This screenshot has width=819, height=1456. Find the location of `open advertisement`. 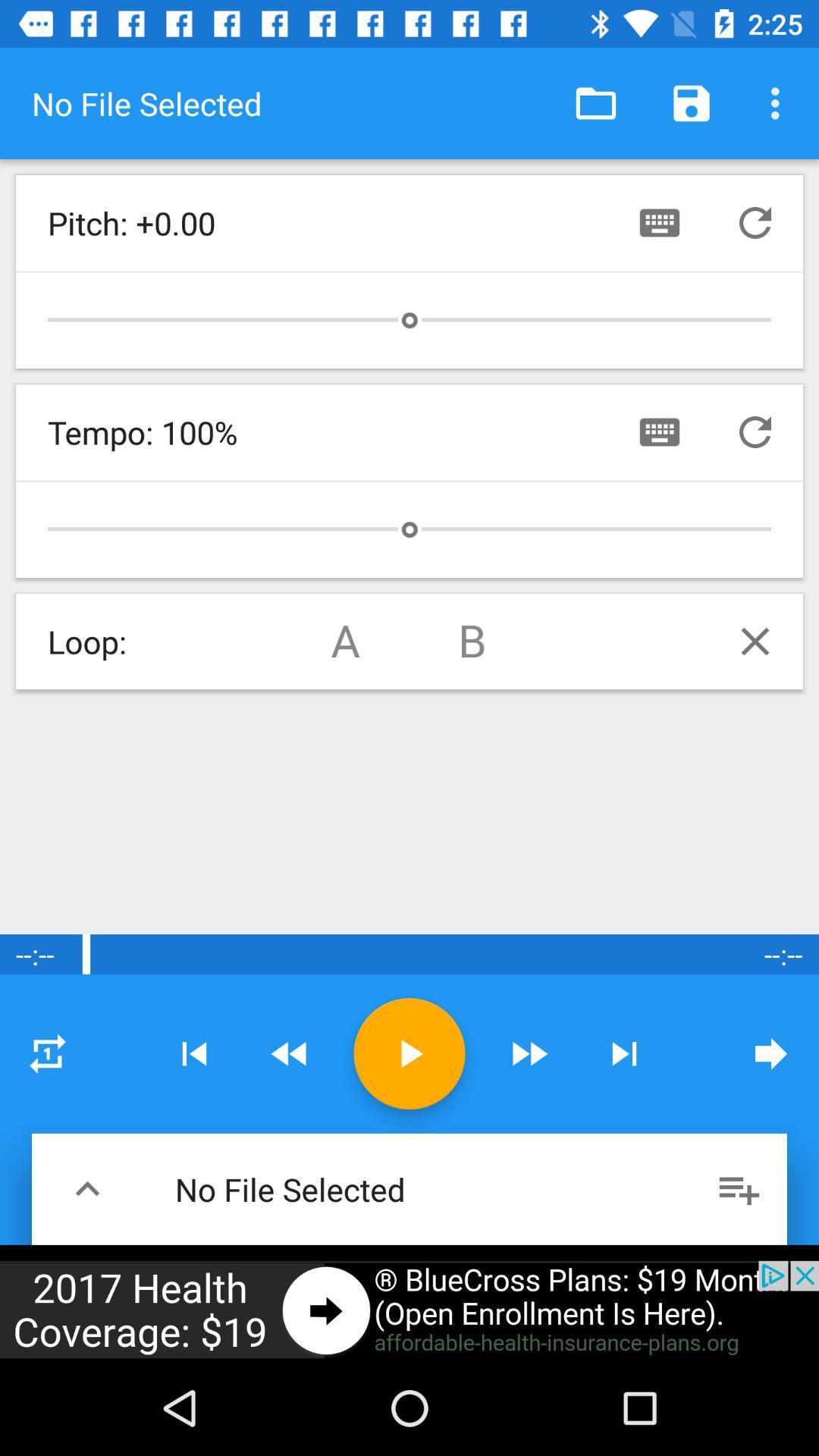

open advertisement is located at coordinates (409, 1310).